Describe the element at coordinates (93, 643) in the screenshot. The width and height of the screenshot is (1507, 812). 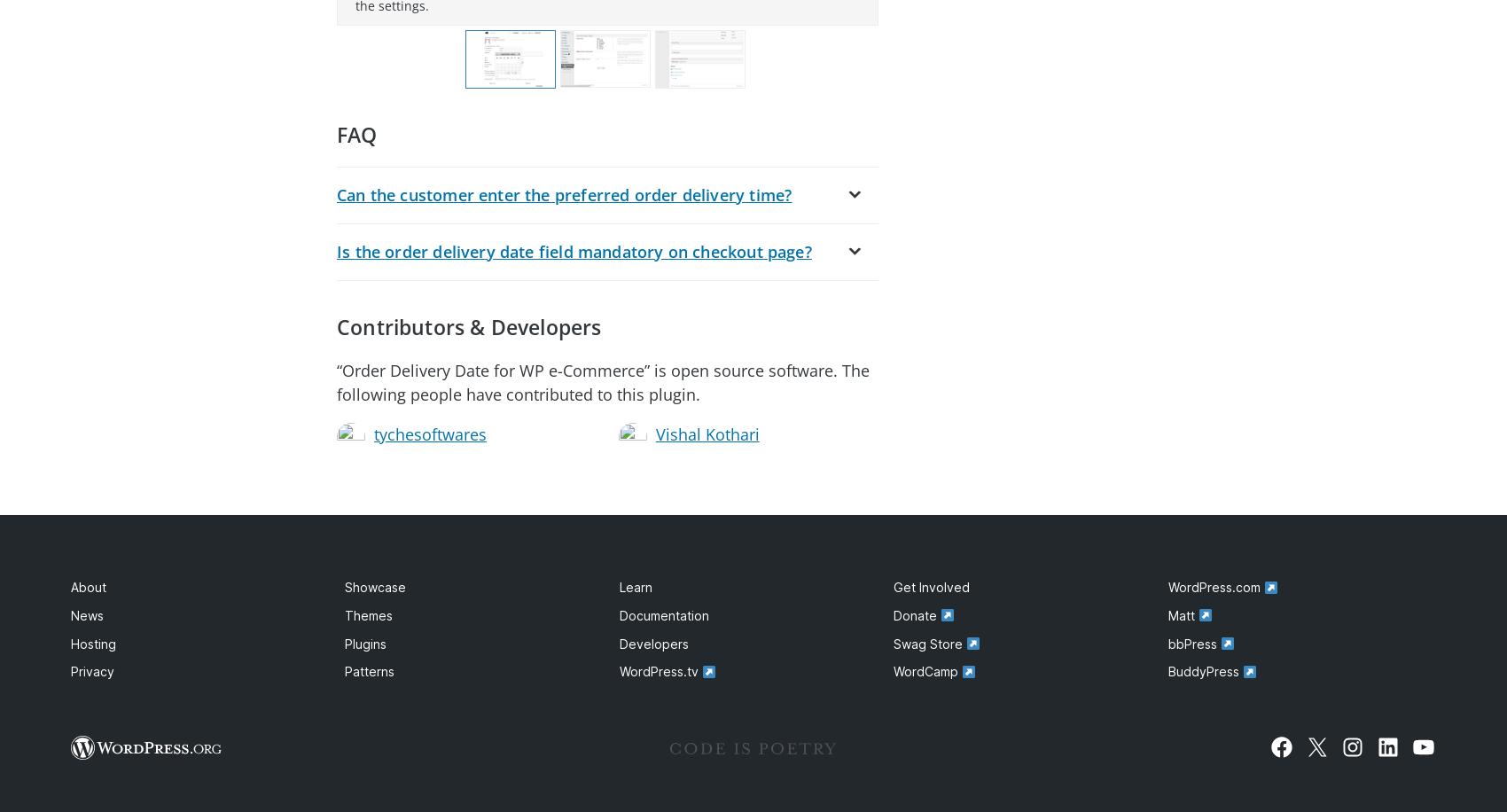
I see `'Hosting'` at that location.